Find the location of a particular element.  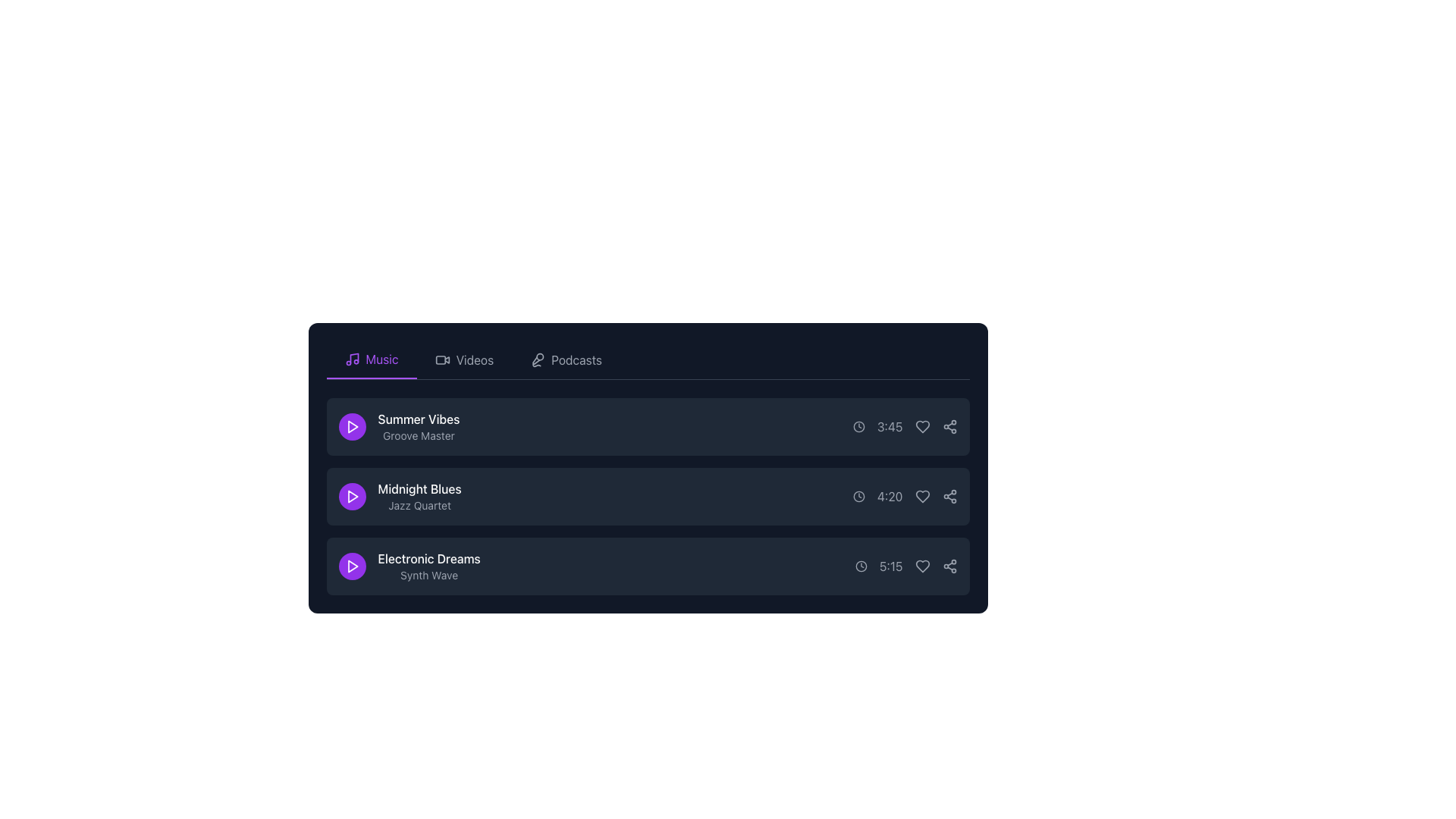

the purple triangular play button icon located in the third row of the music playlist section to initiate playback is located at coordinates (352, 566).